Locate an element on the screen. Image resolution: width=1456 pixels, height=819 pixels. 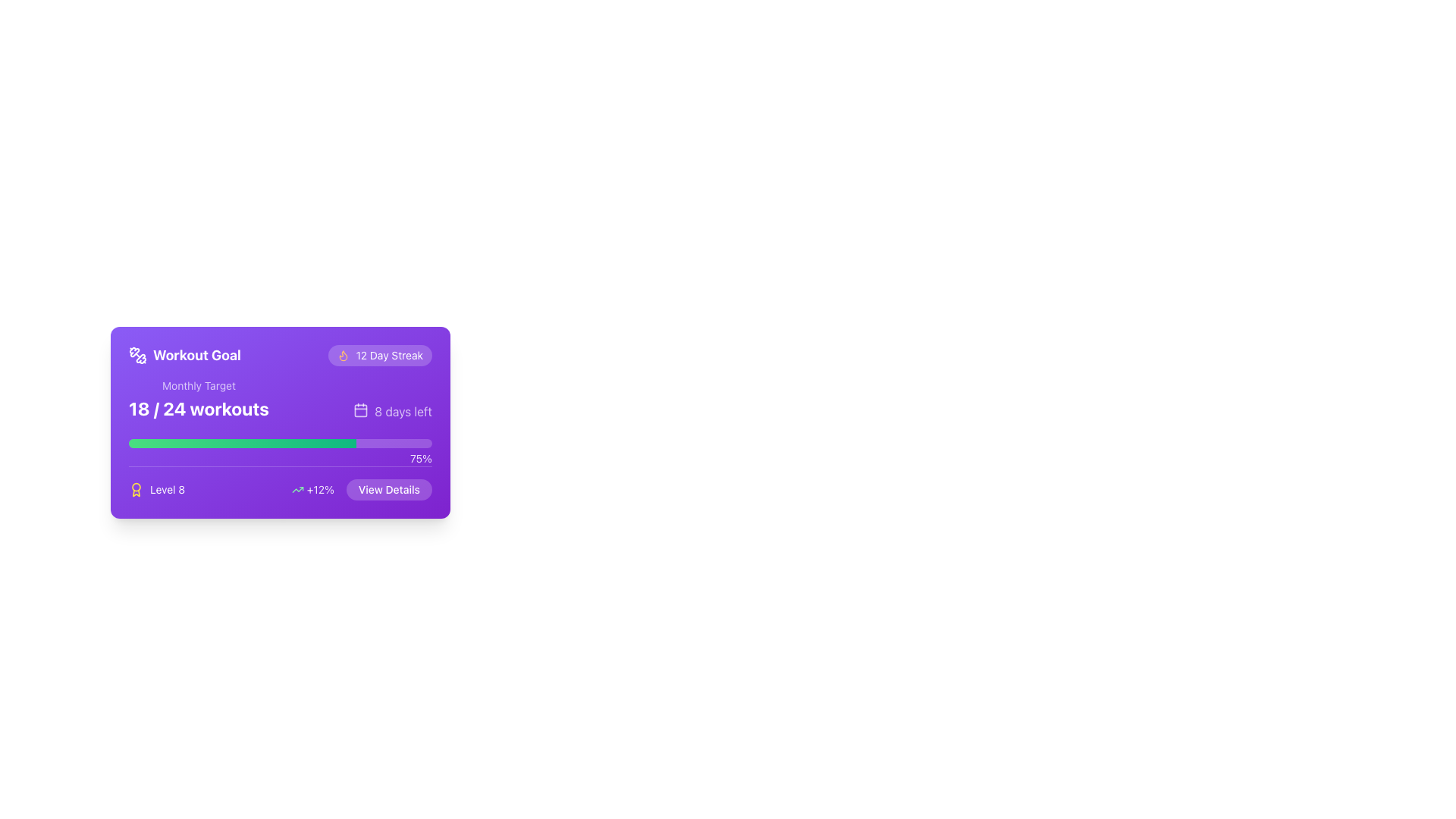
information displayed in the text label that shows '8 days left', which is positioned within a purple card layout, to the top-right of a calendar icon is located at coordinates (403, 412).